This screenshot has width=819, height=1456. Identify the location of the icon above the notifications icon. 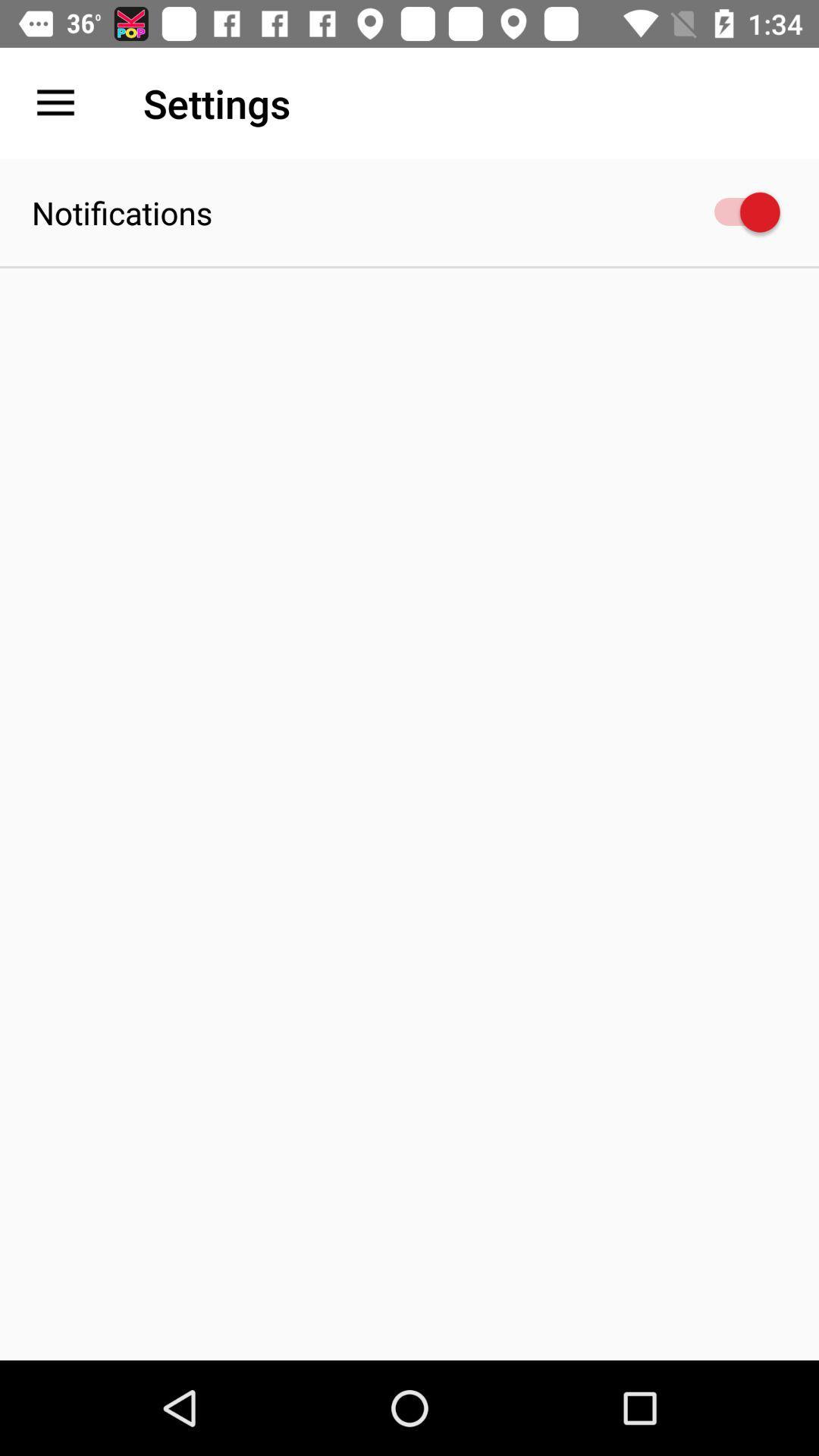
(55, 102).